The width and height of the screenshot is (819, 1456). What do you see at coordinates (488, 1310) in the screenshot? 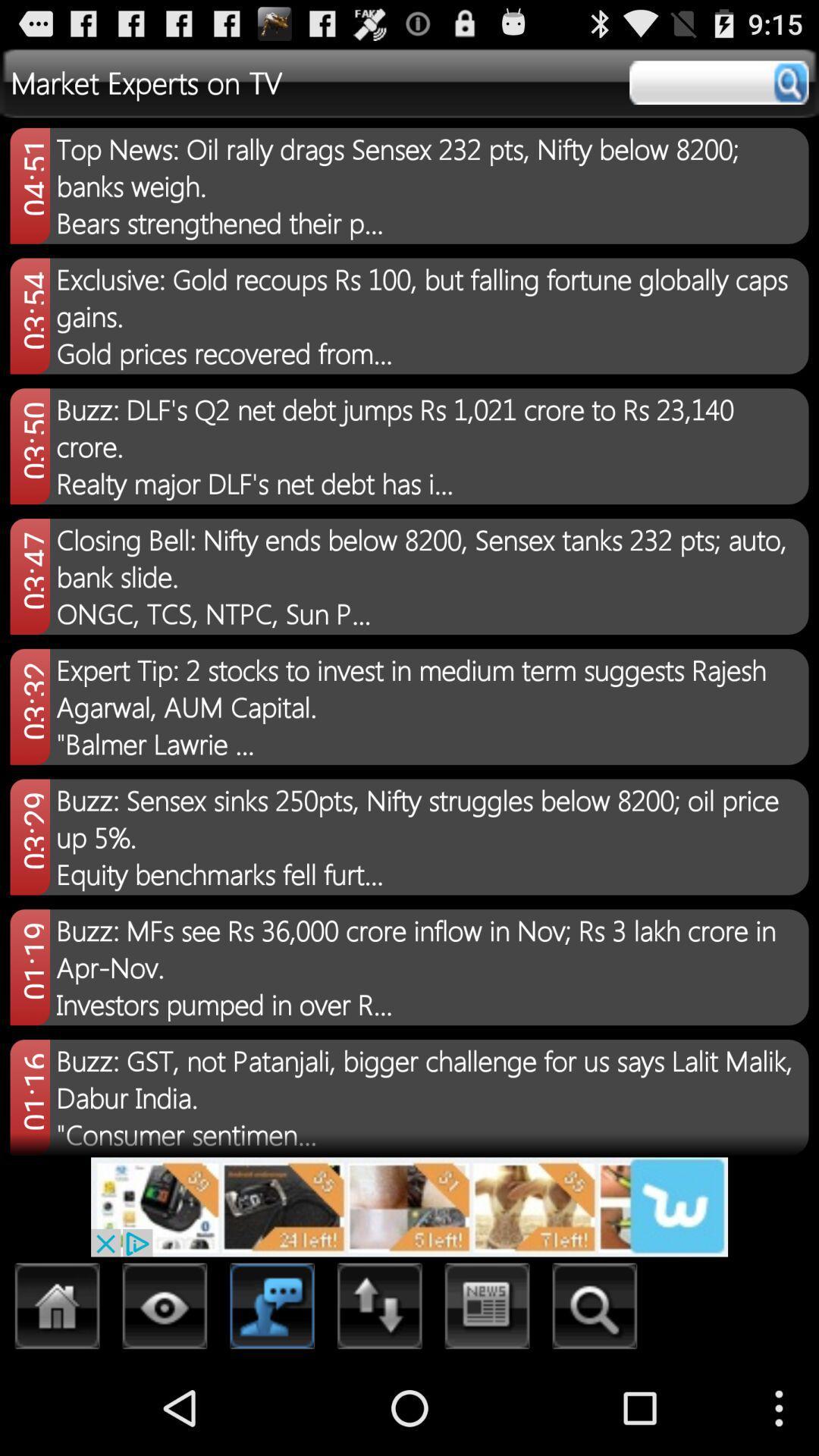
I see `news option` at bounding box center [488, 1310].